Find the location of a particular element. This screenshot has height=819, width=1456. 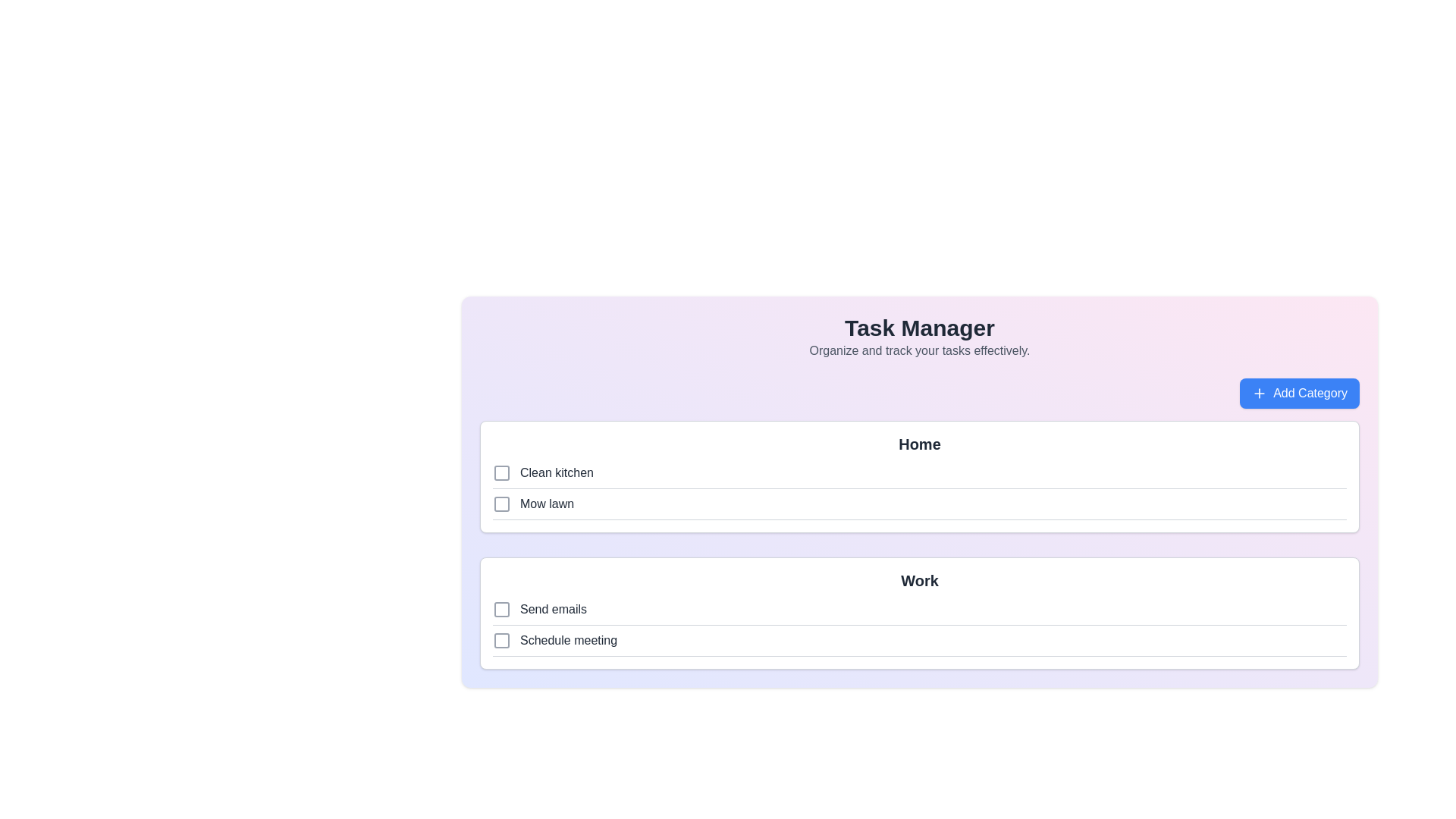

the text label displaying the task 'Mow lawn', which is the second item in the vertical list of the 'Home' task category, positioned below 'Clean kitchen' and adjacent to its corresponding checkbox is located at coordinates (546, 504).